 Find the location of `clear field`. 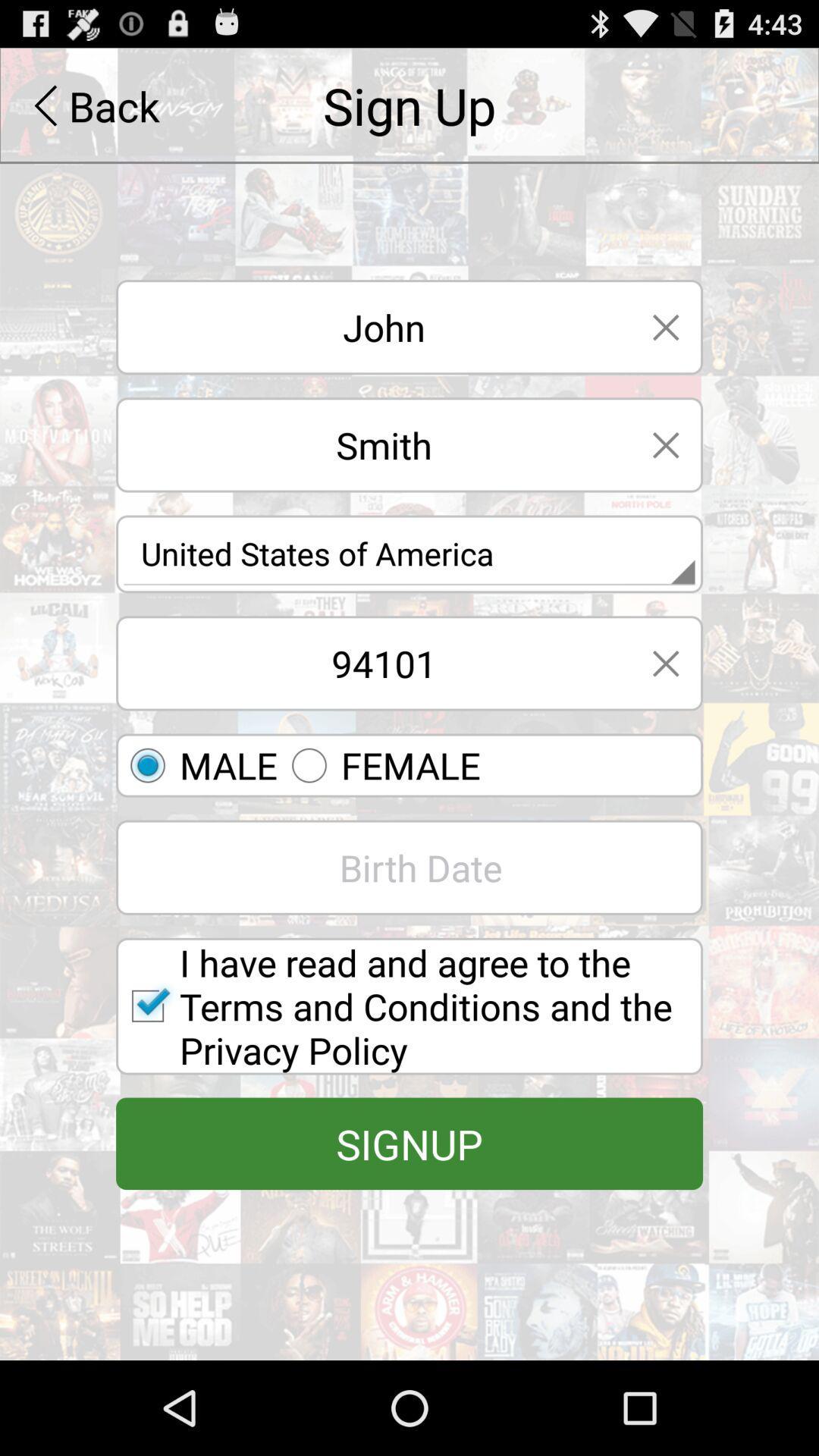

clear field is located at coordinates (665, 444).